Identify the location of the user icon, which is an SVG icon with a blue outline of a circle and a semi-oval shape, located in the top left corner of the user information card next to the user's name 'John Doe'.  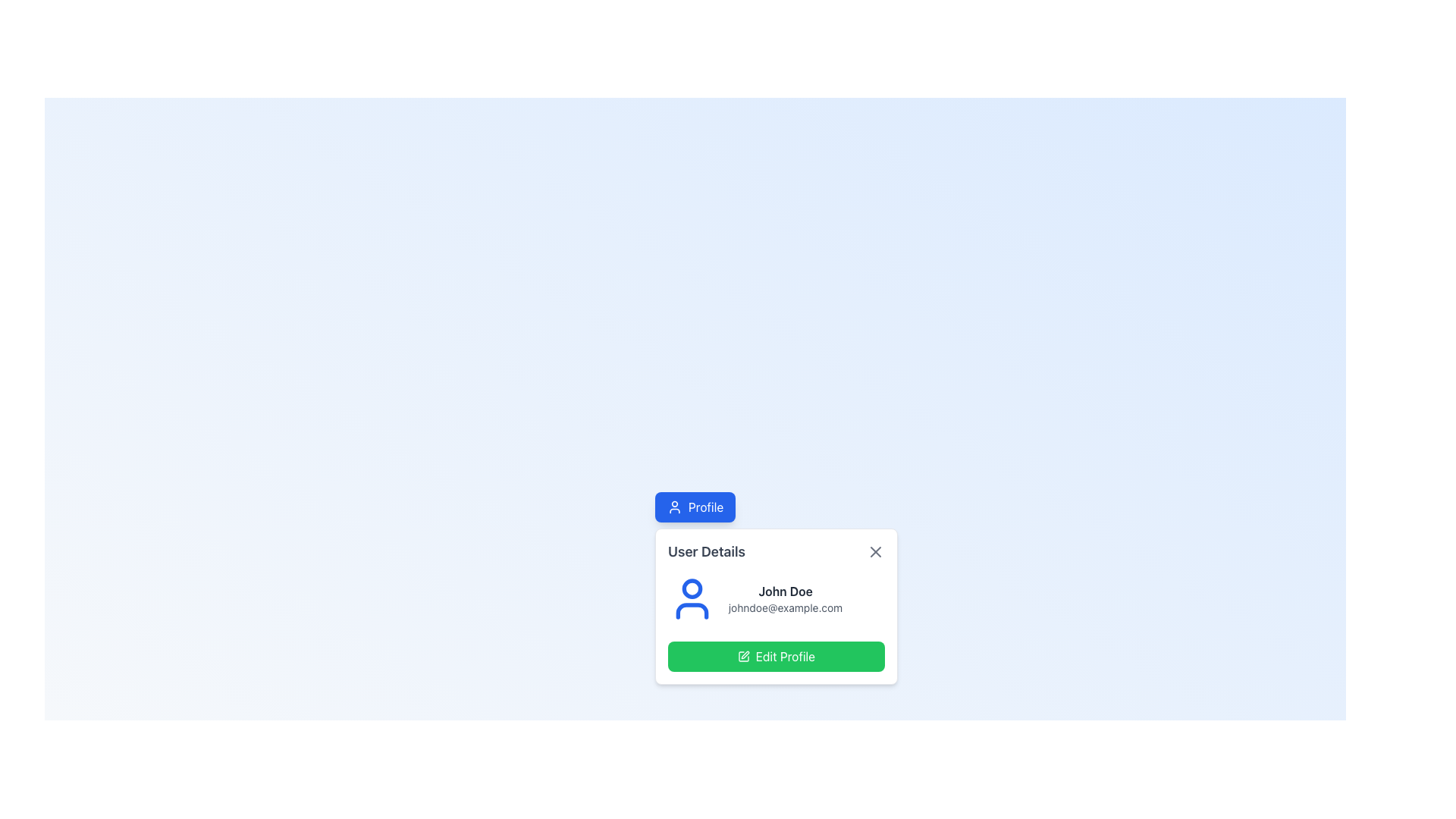
(691, 598).